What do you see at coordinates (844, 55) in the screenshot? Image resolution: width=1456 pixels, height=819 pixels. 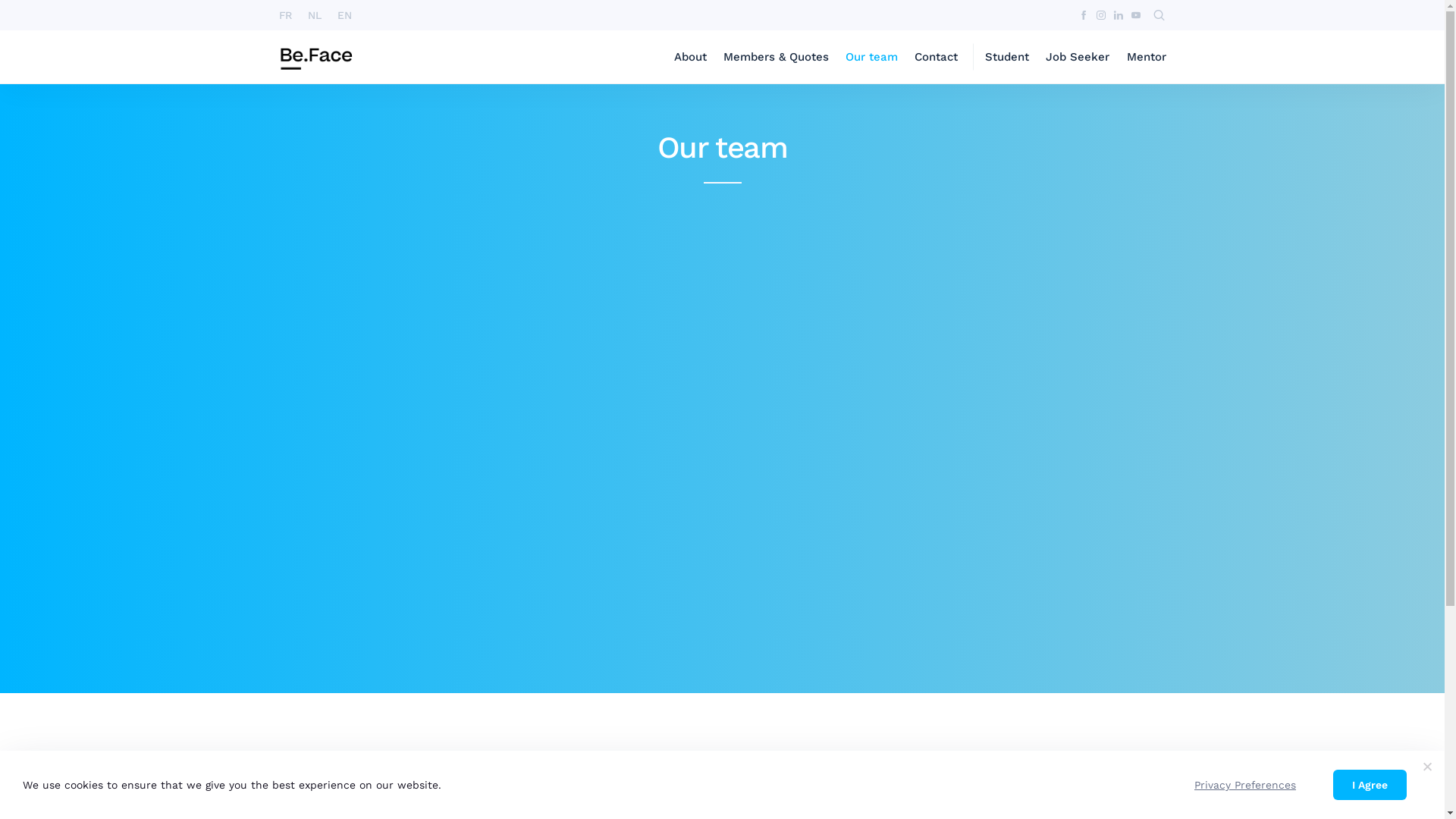 I see `'Our team'` at bounding box center [844, 55].